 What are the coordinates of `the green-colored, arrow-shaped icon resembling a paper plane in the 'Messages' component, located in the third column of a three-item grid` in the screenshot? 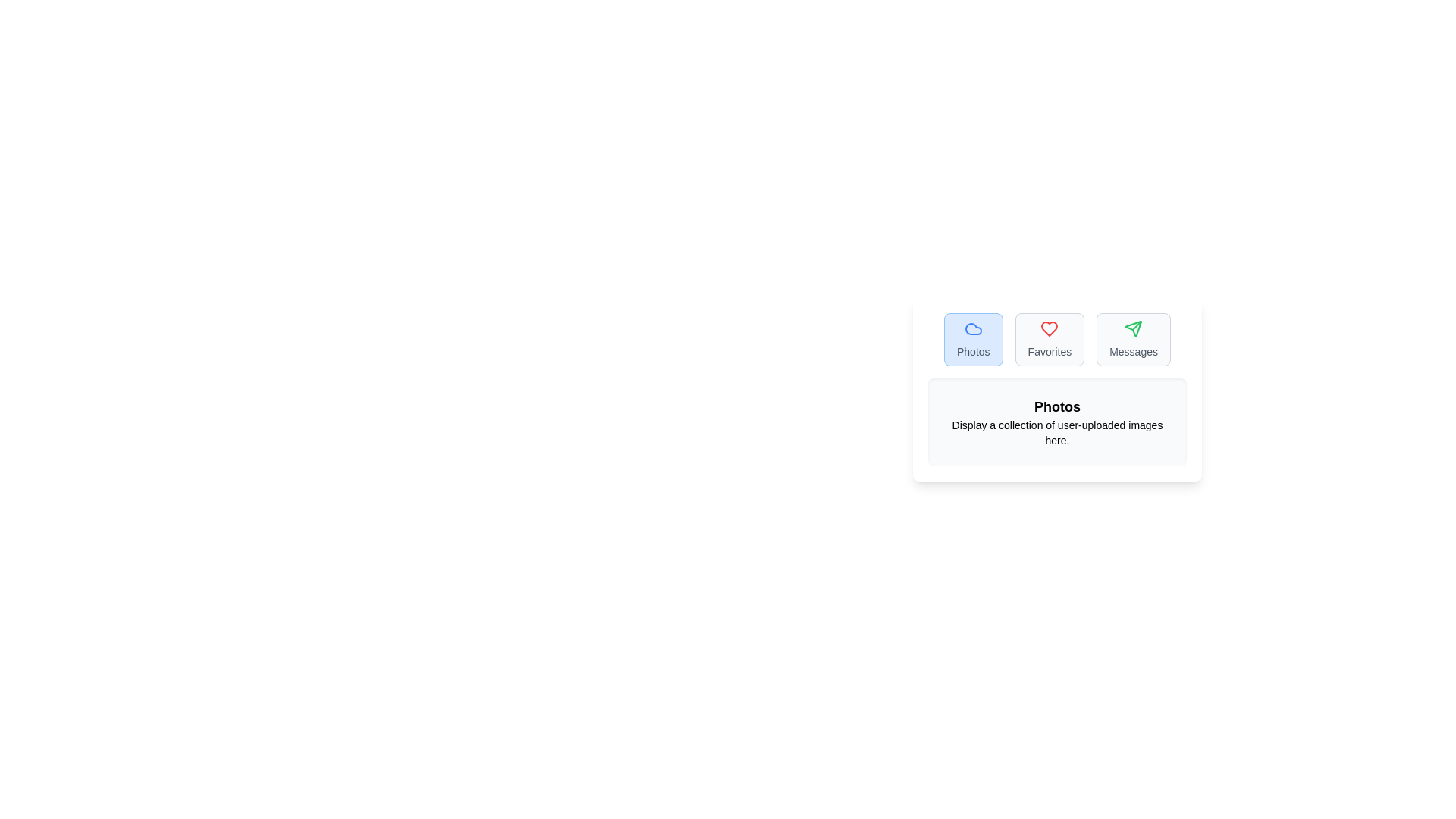 It's located at (1134, 328).